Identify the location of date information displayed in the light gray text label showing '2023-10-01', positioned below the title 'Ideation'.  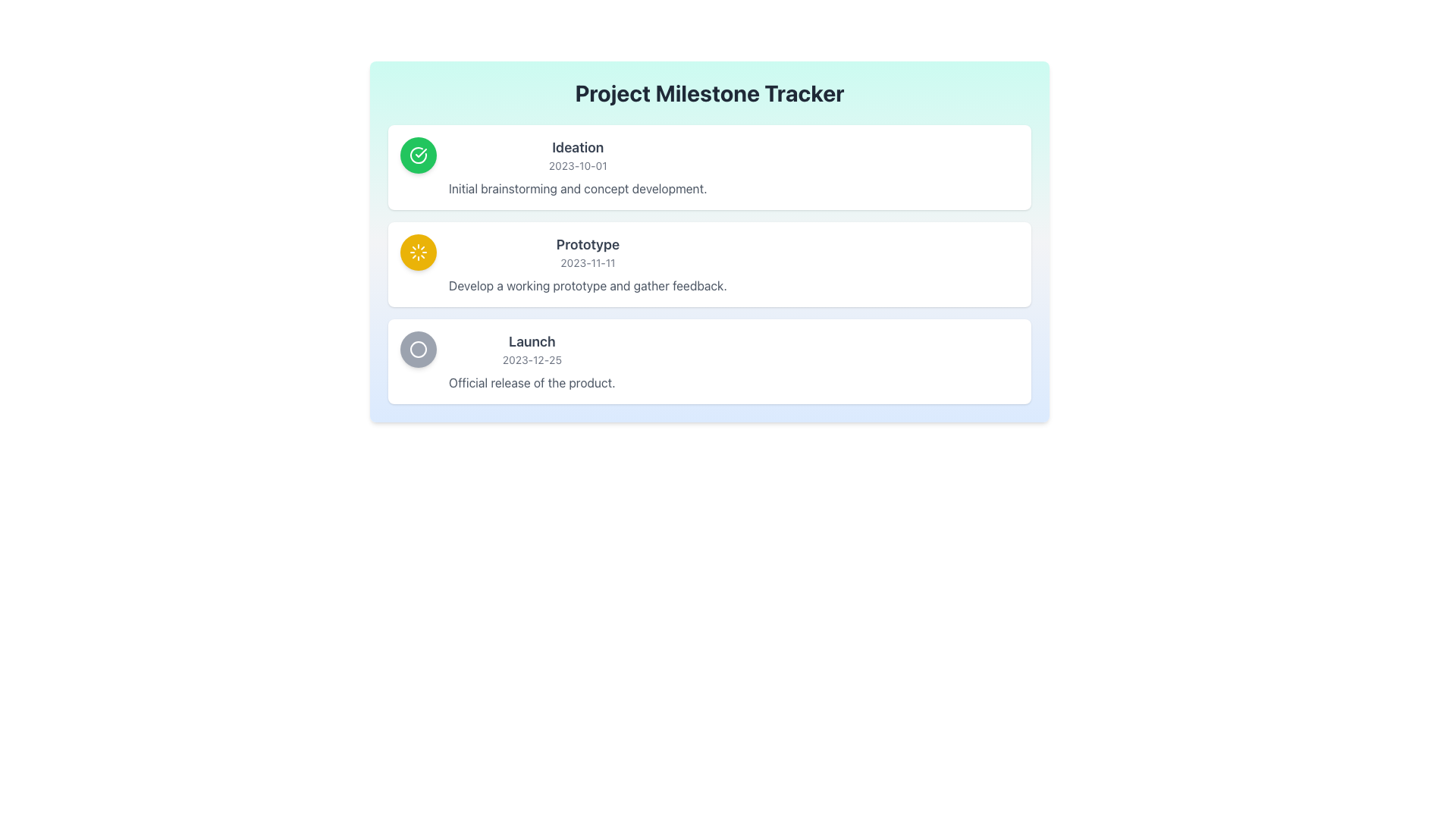
(577, 166).